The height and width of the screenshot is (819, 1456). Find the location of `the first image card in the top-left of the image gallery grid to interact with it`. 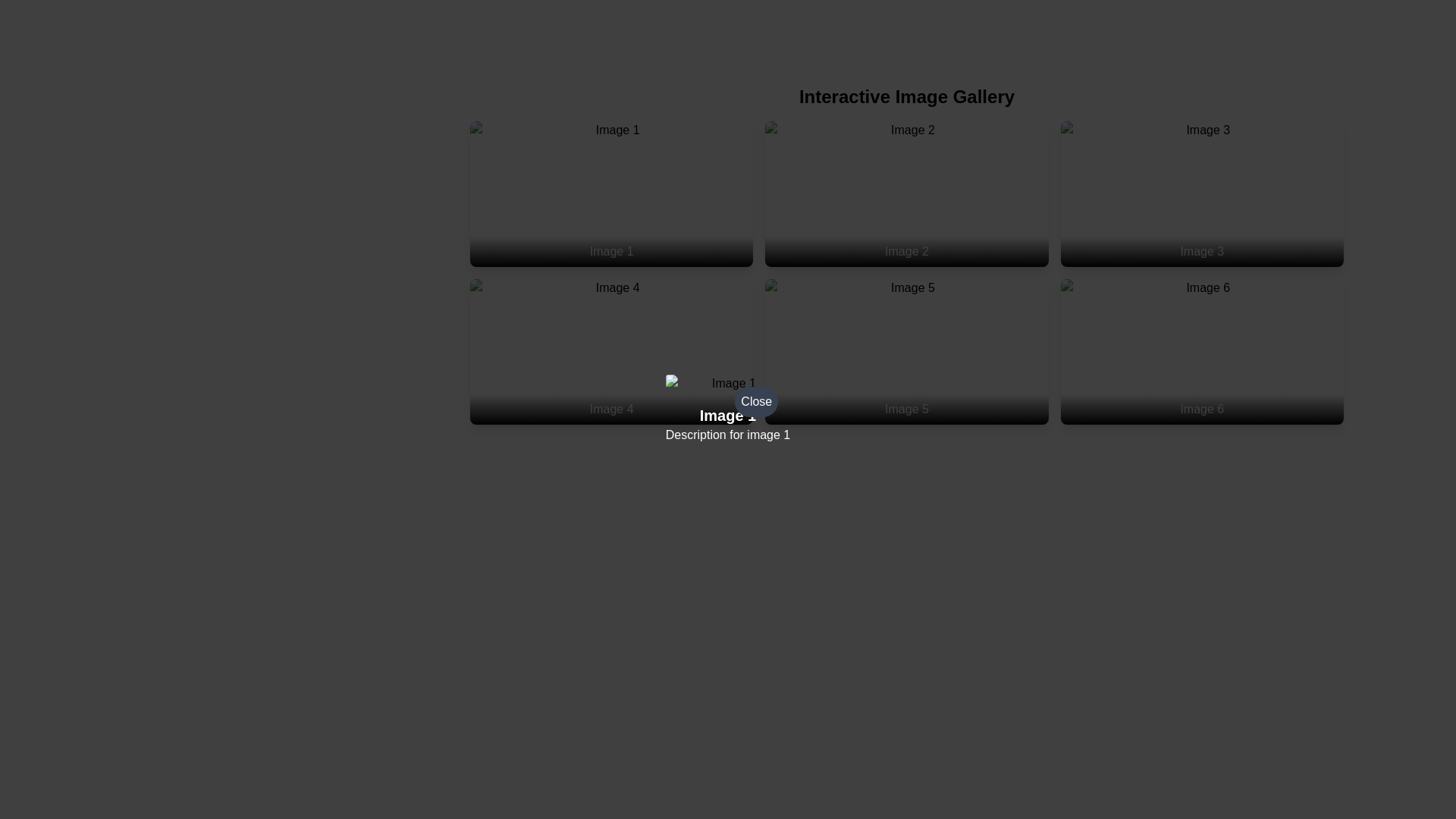

the first image card in the top-left of the image gallery grid to interact with it is located at coordinates (611, 193).